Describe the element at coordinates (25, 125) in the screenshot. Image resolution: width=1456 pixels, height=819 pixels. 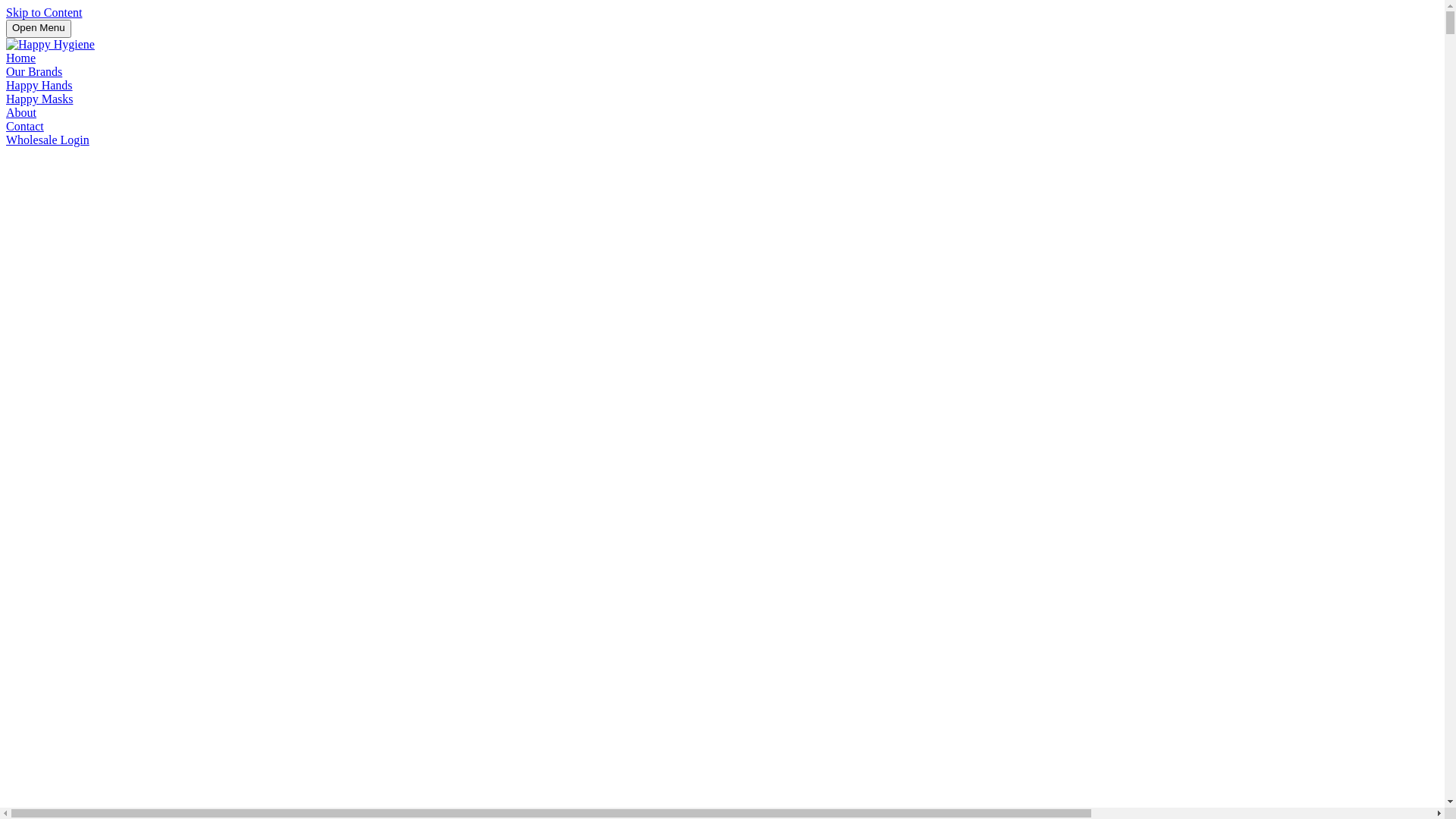
I see `'Contact'` at that location.